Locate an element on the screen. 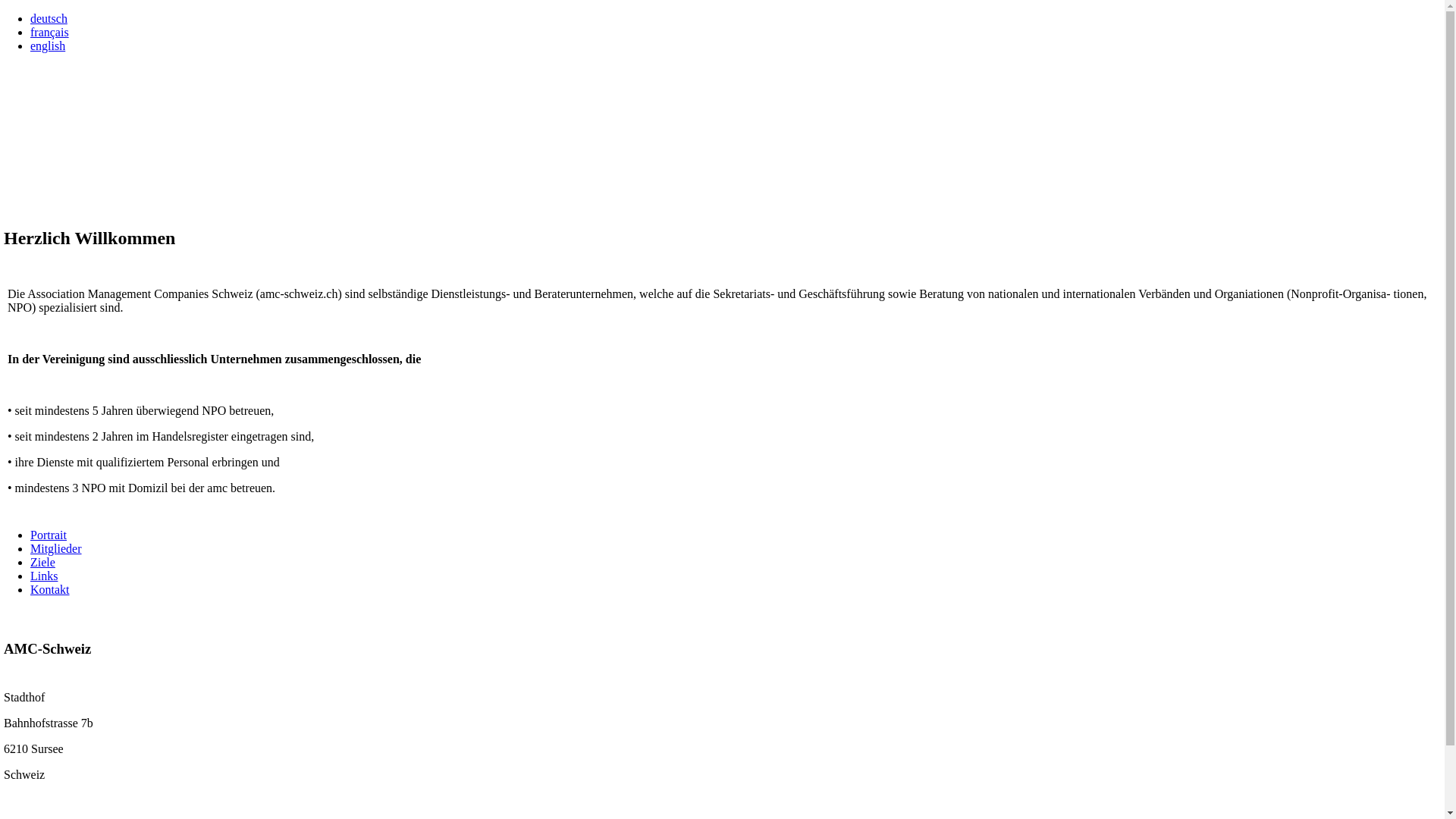  'Links' is located at coordinates (43, 576).